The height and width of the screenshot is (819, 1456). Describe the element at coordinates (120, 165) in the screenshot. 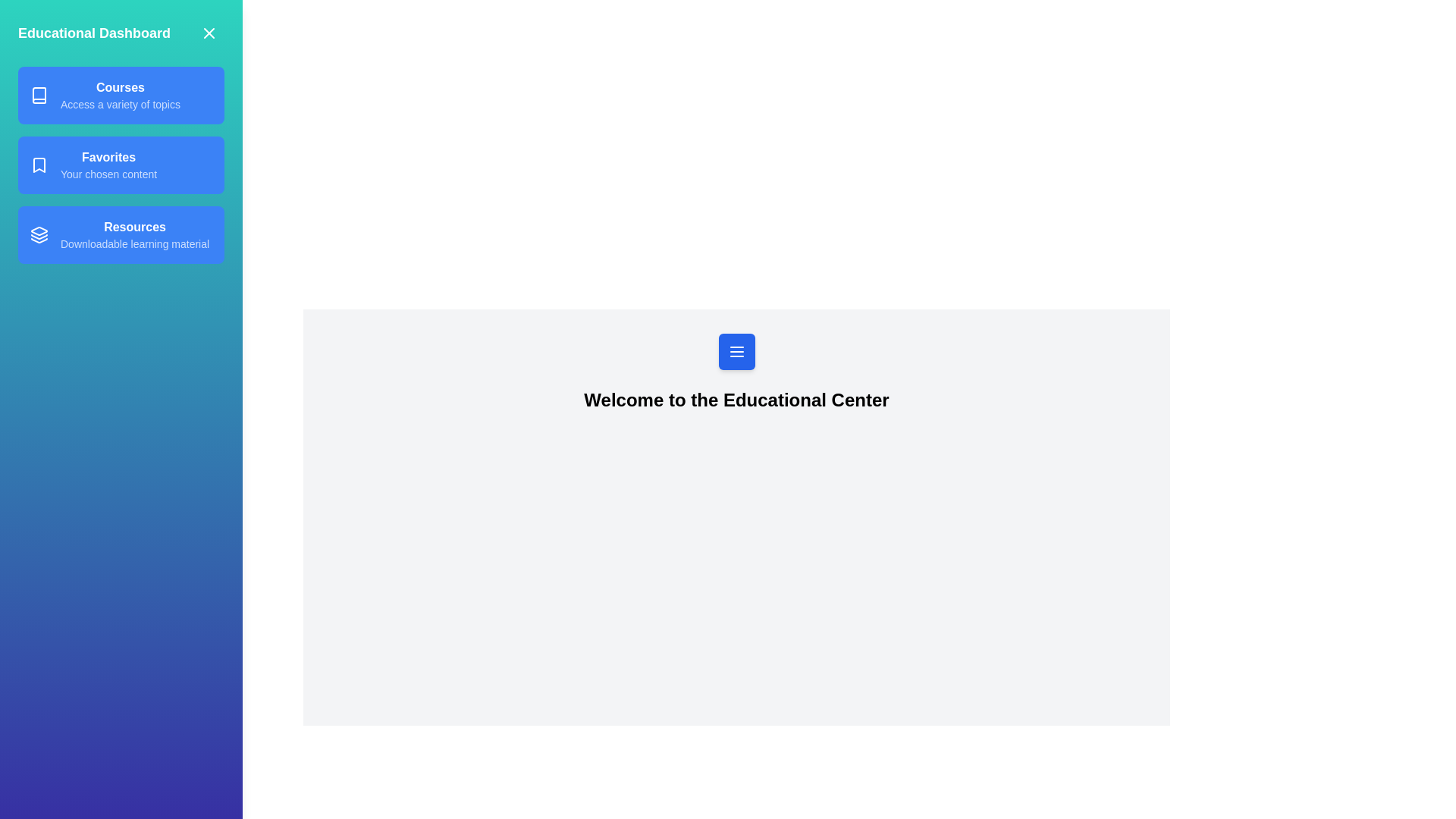

I see `the Favorites from the drawer menu` at that location.